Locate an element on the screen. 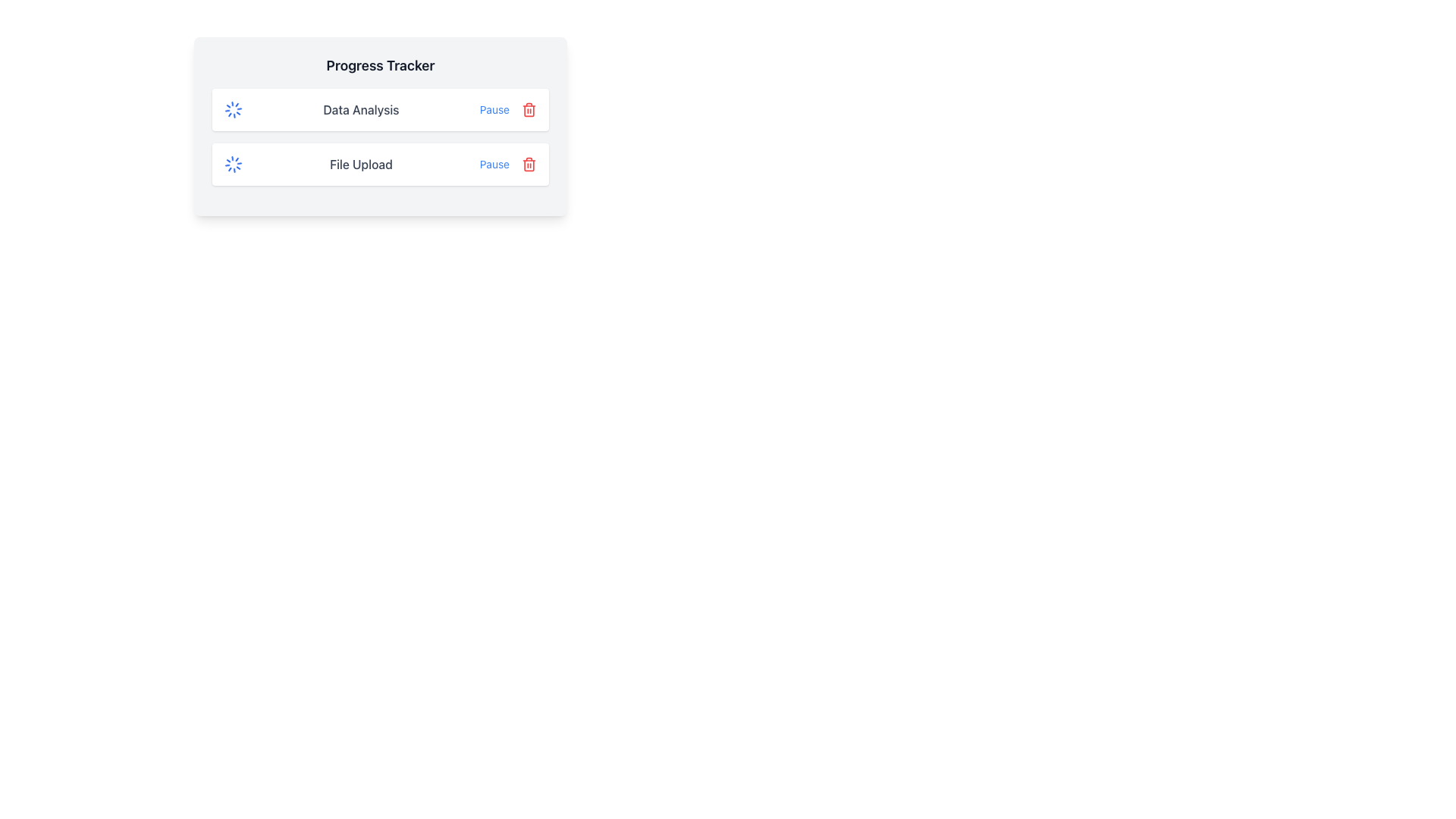  the red trash can icon at the end of the row labeled 'File Upload' is located at coordinates (529, 164).